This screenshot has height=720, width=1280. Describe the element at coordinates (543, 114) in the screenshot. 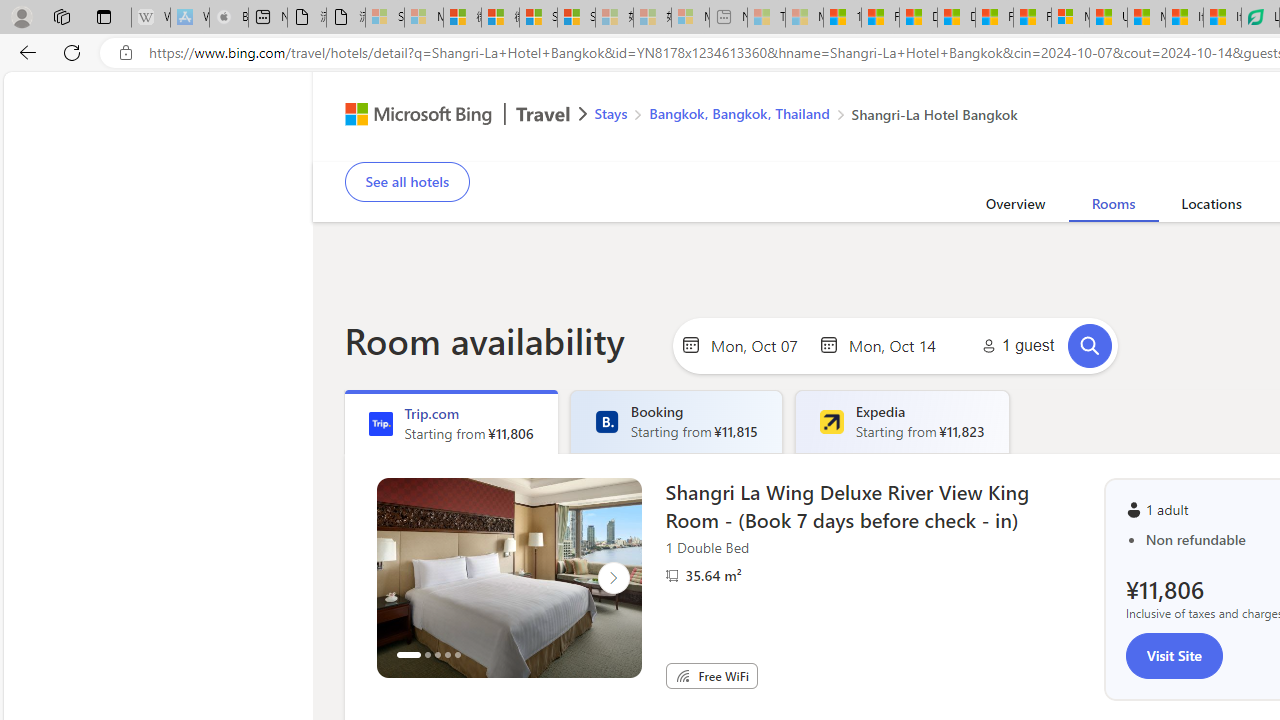

I see `'Class: msft-travel-logo'` at that location.